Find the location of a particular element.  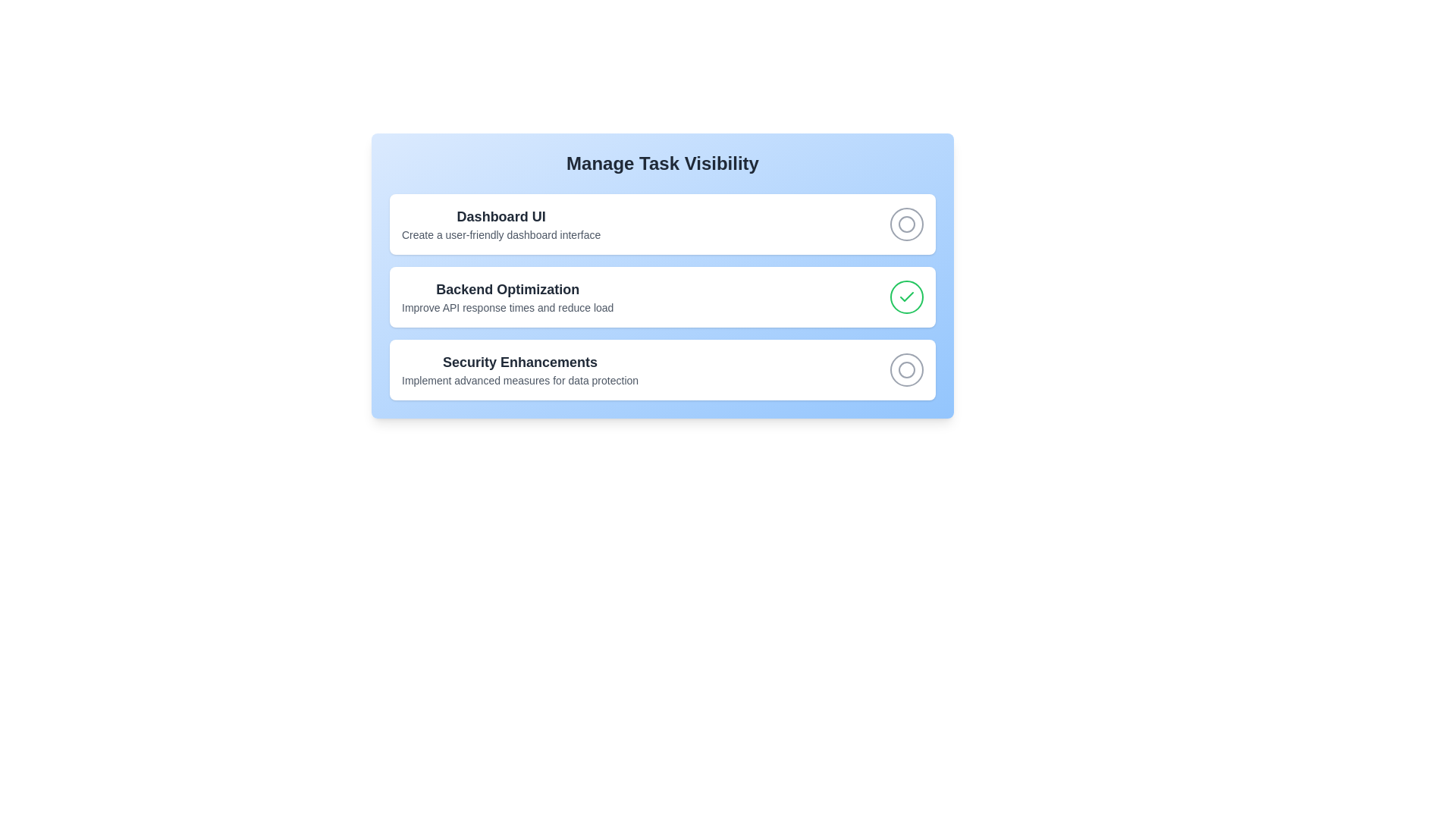

the circular icon within the checkbox of the third option in the 'Security Enhancements' row is located at coordinates (906, 370).